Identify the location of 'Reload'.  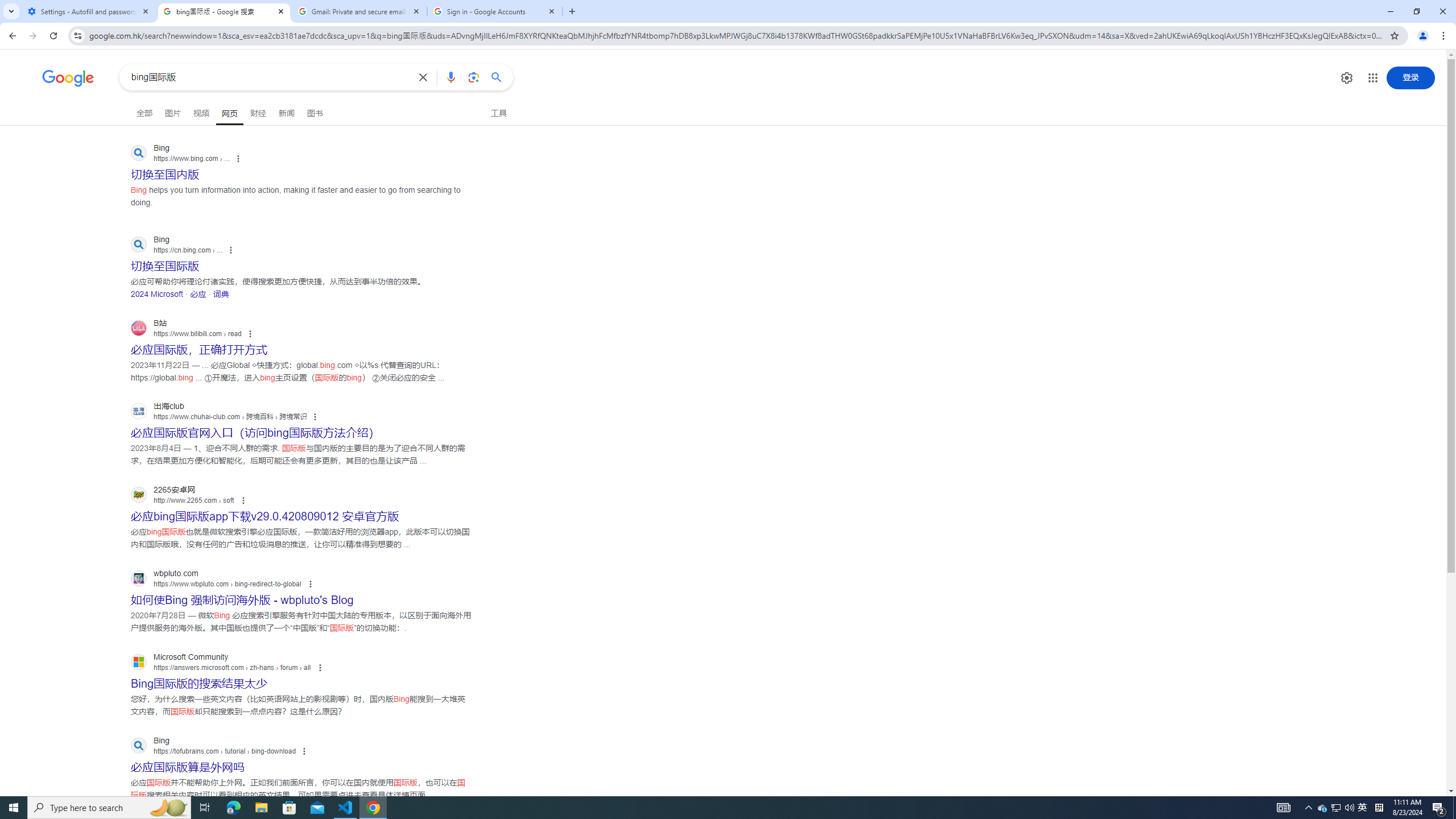
(53, 35).